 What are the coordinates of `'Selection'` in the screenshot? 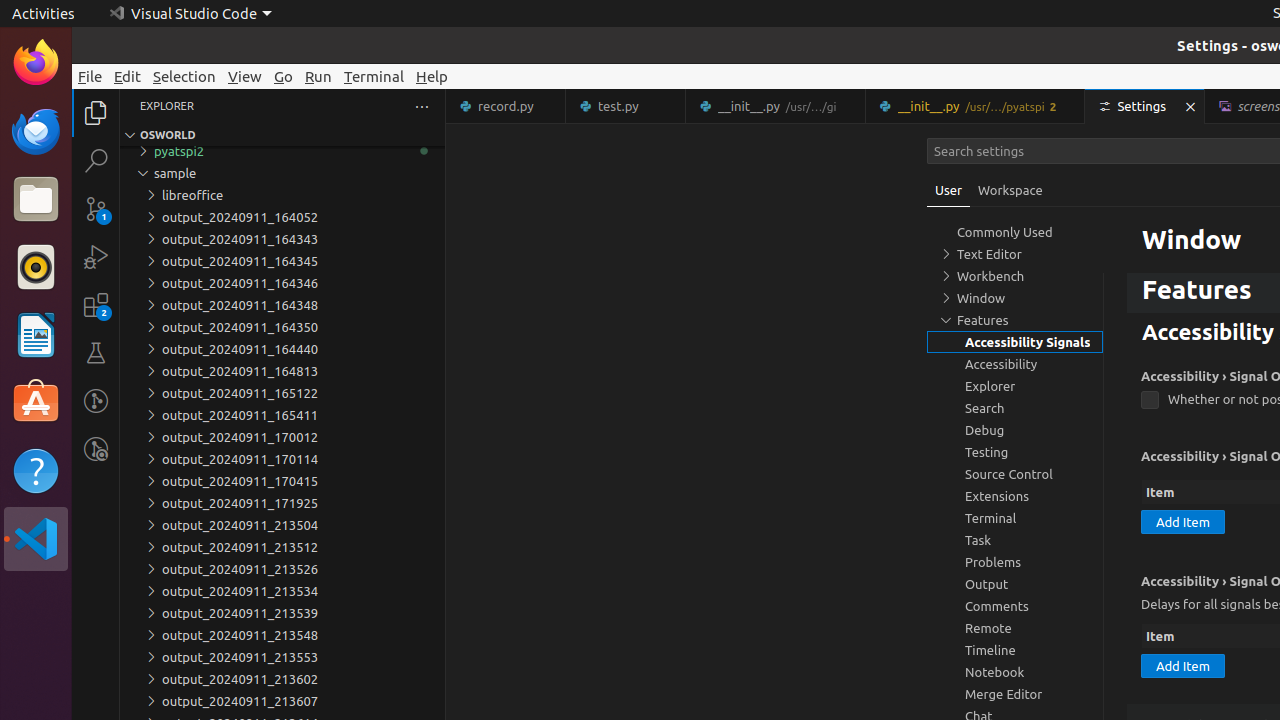 It's located at (184, 75).